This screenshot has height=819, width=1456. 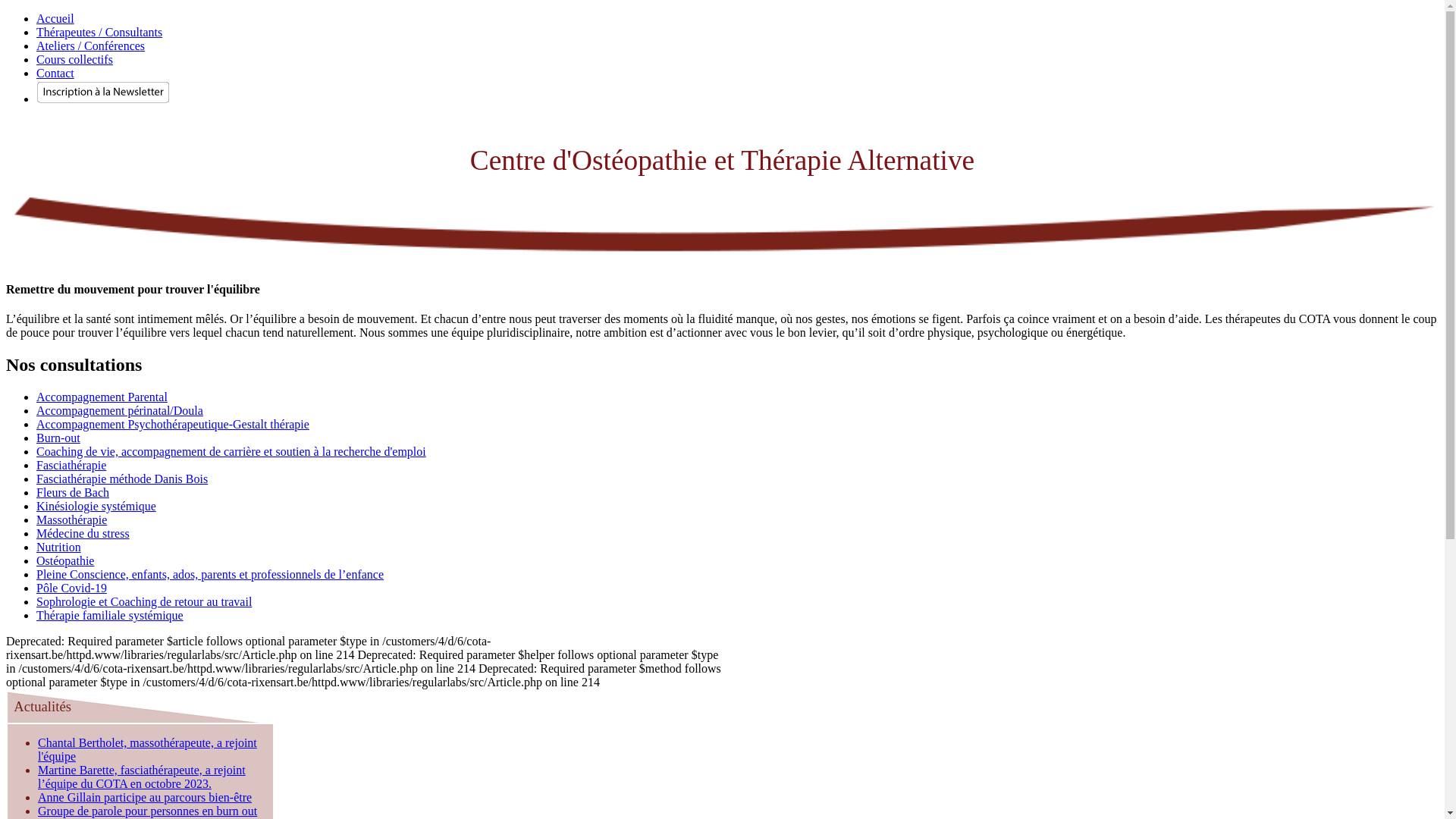 I want to click on 'Fleurs de Bach', so click(x=72, y=492).